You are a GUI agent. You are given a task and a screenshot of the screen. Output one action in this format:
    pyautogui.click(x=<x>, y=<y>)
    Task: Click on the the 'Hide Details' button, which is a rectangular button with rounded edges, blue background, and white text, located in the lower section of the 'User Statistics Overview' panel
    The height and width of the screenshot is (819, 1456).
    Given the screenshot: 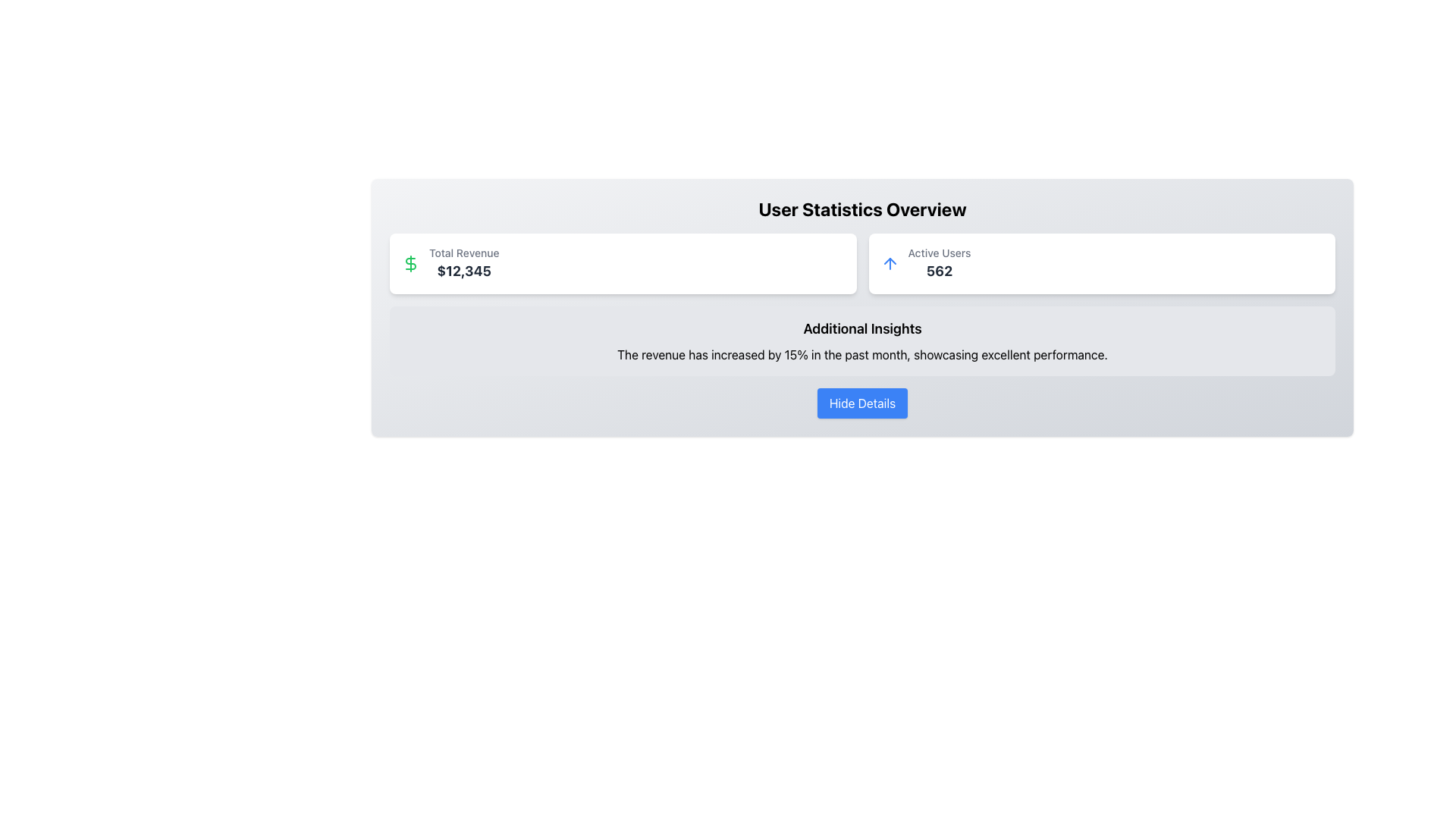 What is the action you would take?
    pyautogui.click(x=862, y=403)
    